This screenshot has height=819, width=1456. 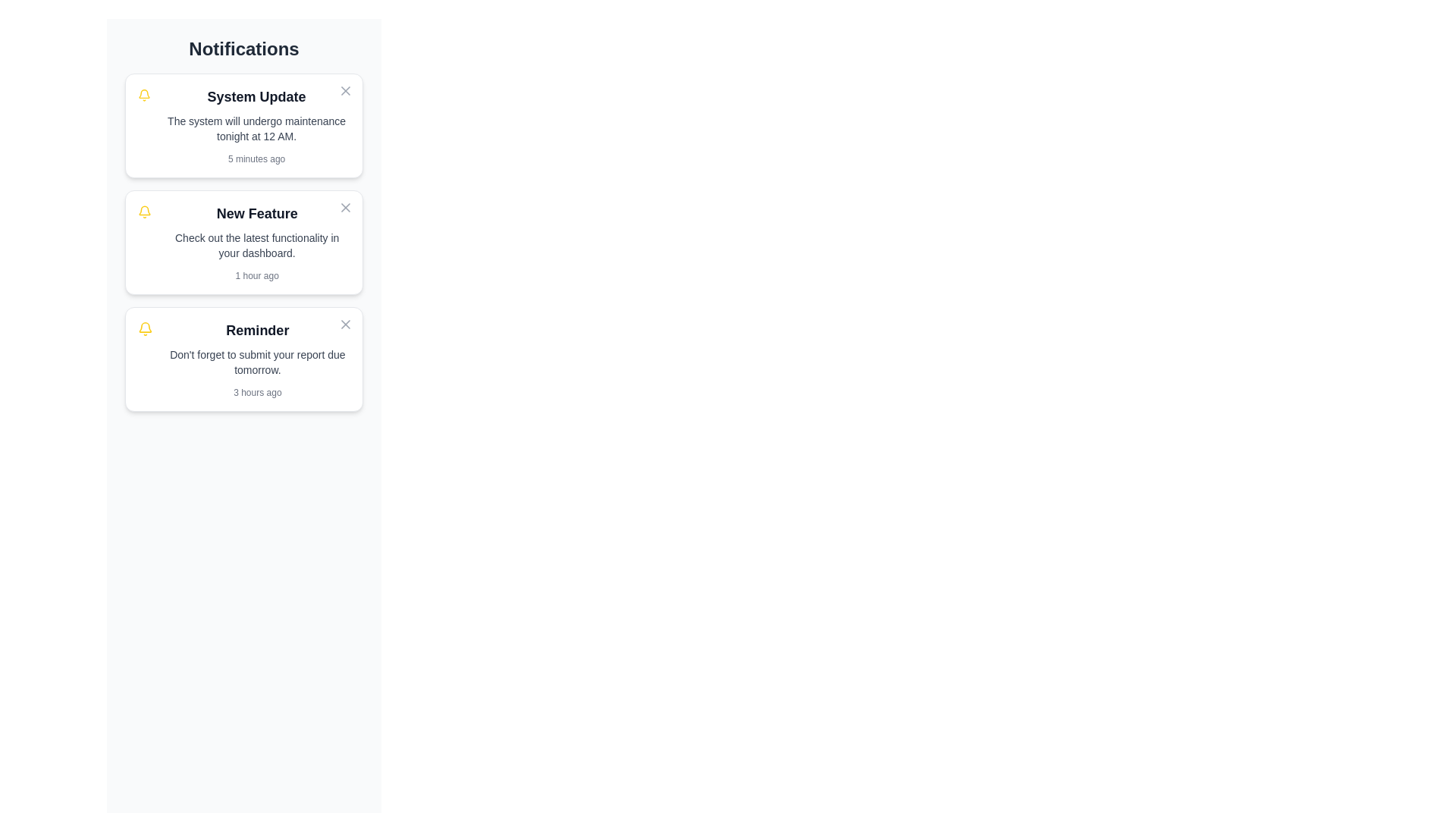 What do you see at coordinates (257, 213) in the screenshot?
I see `the 'New Feature' text label, which is a bold, dark font component at the top of its notification card, positioned above additional descriptive text` at bounding box center [257, 213].